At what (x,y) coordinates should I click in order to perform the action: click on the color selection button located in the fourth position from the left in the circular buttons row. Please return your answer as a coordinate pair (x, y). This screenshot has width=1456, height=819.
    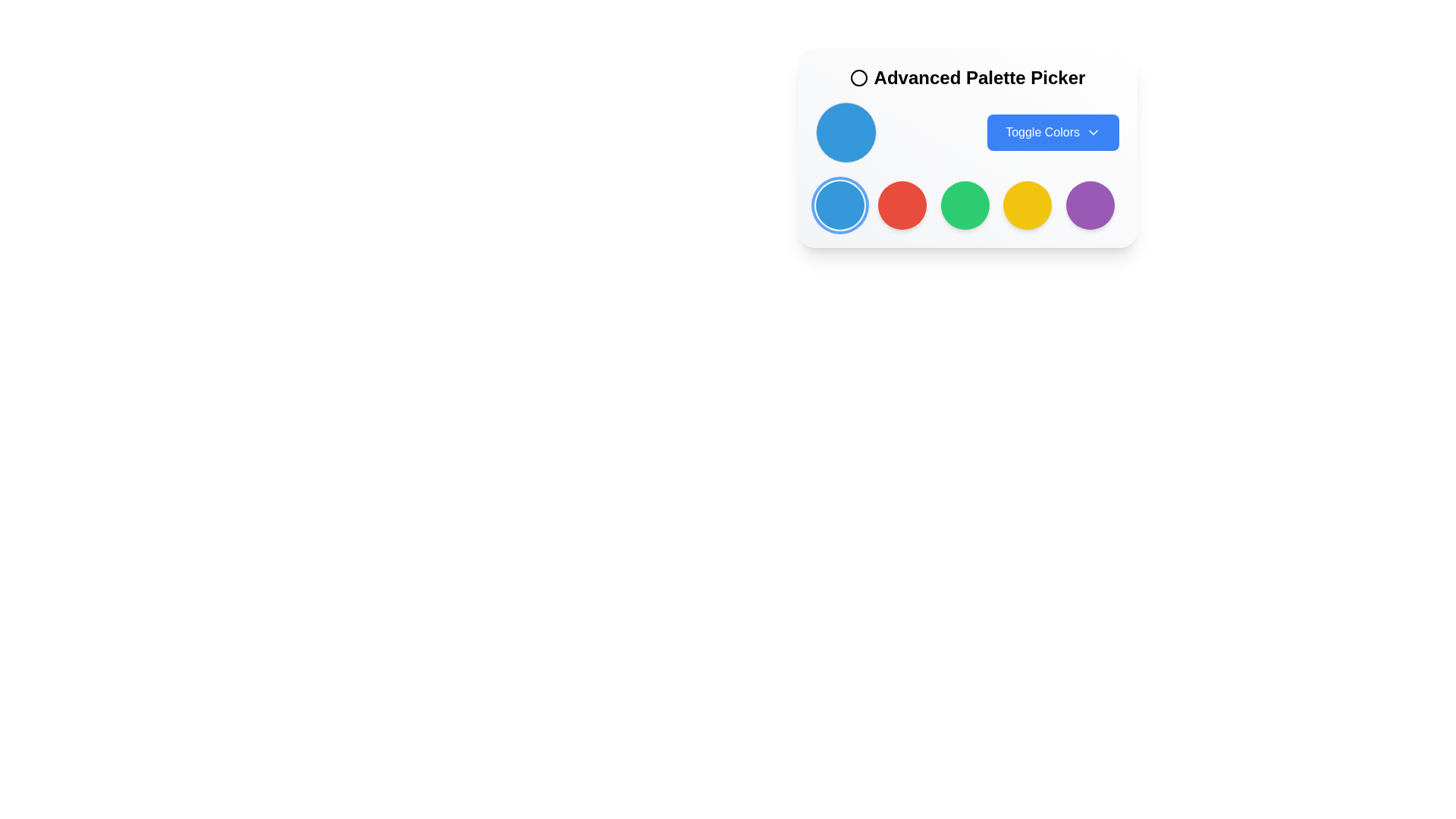
    Looking at the image, I should click on (1028, 205).